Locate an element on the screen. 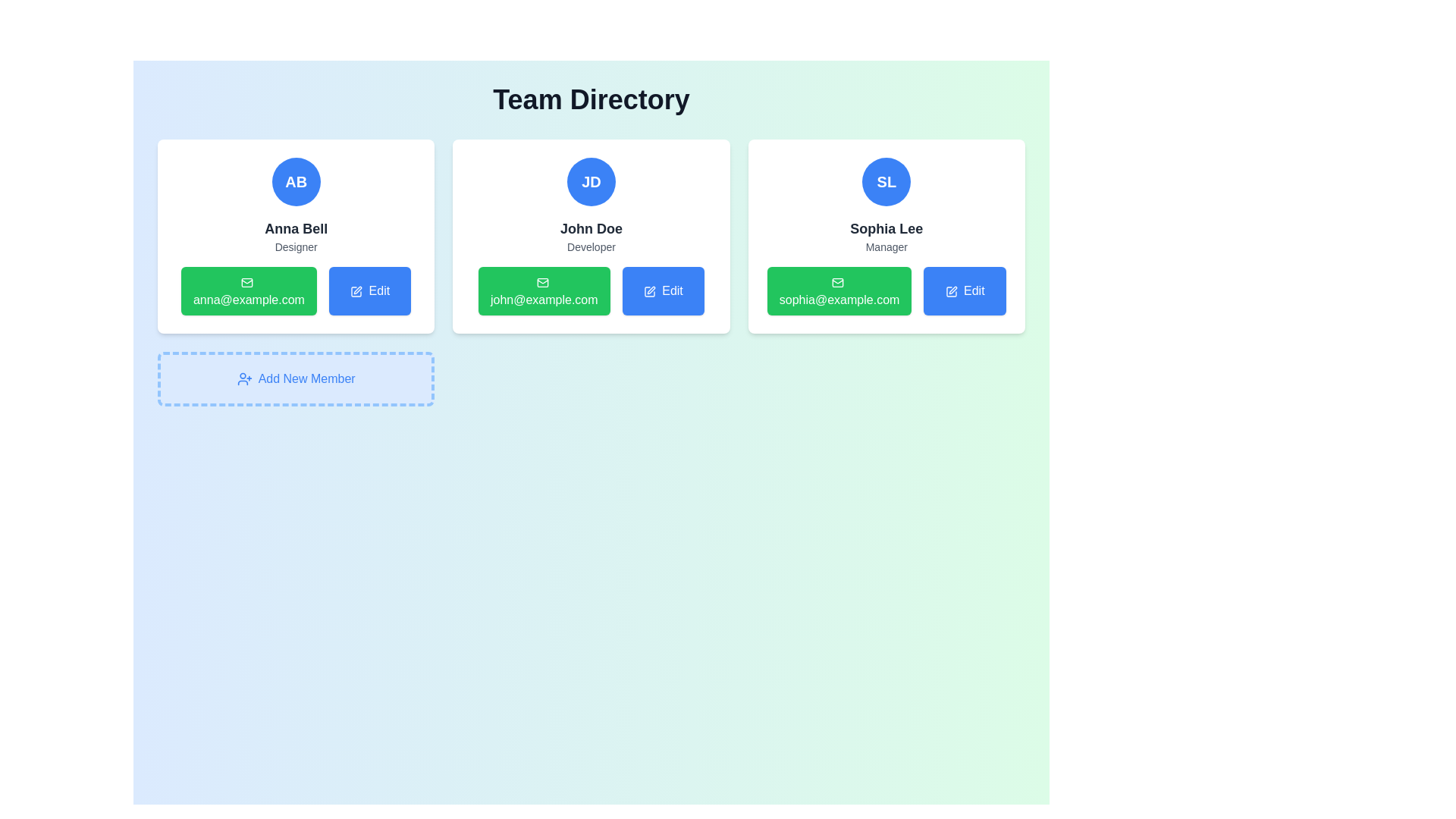  the text label displaying the name 'John Doe' located at the top center of the second card from the left, which is positioned below a circular avatar with initials 'JD' is located at coordinates (590, 228).